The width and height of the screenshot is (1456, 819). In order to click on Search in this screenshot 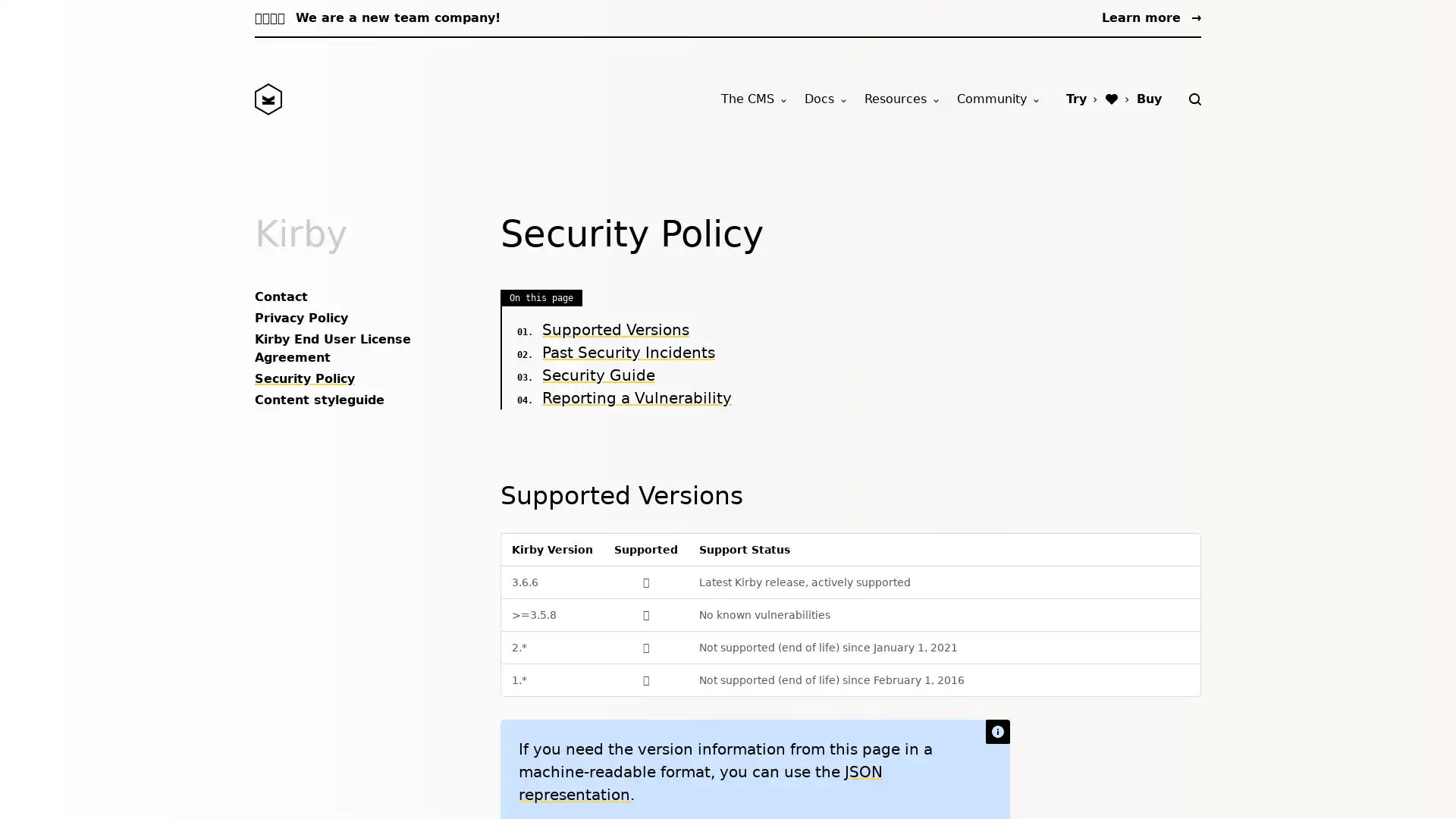, I will do `click(1194, 99)`.